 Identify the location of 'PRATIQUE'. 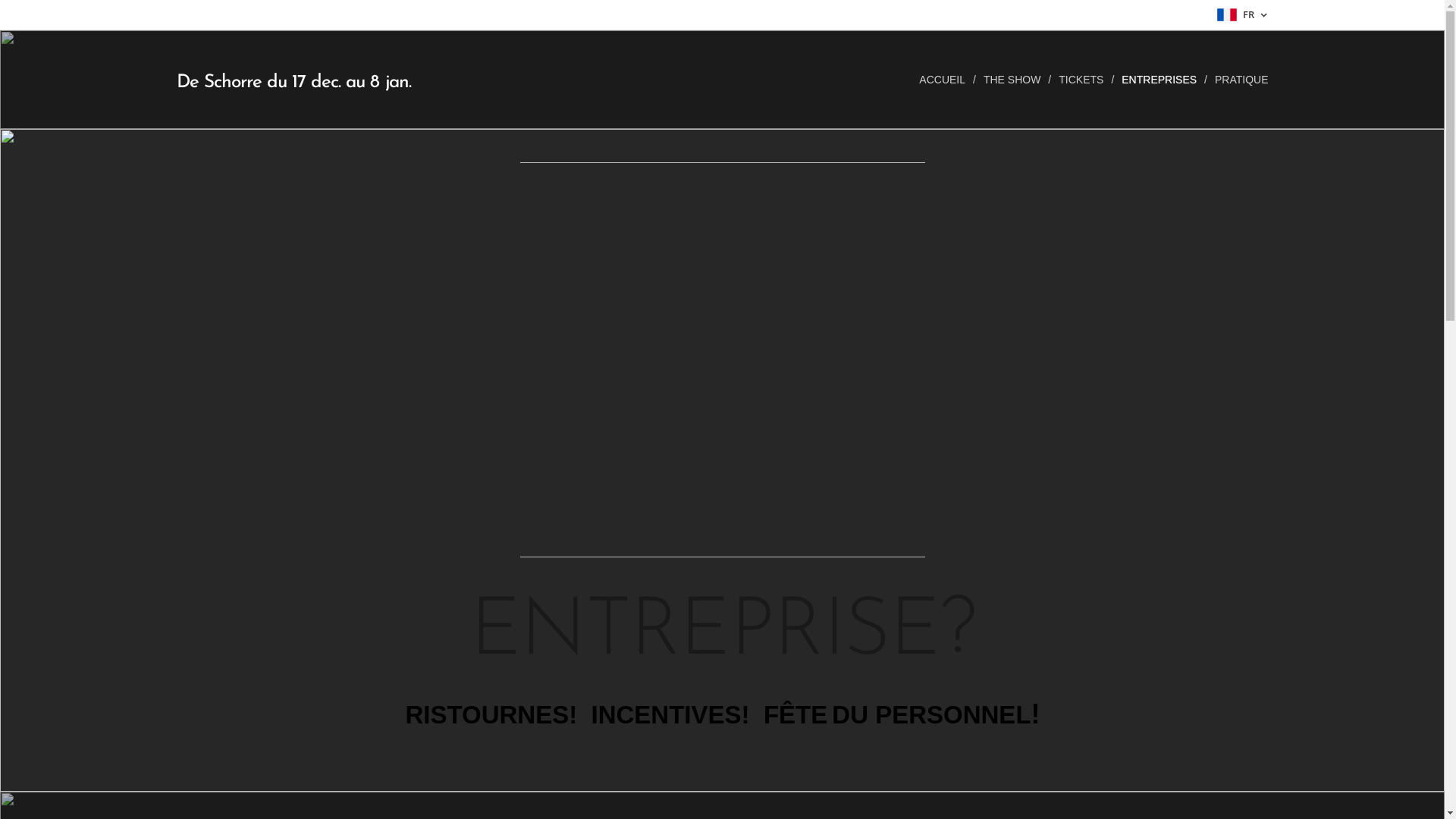
(1238, 79).